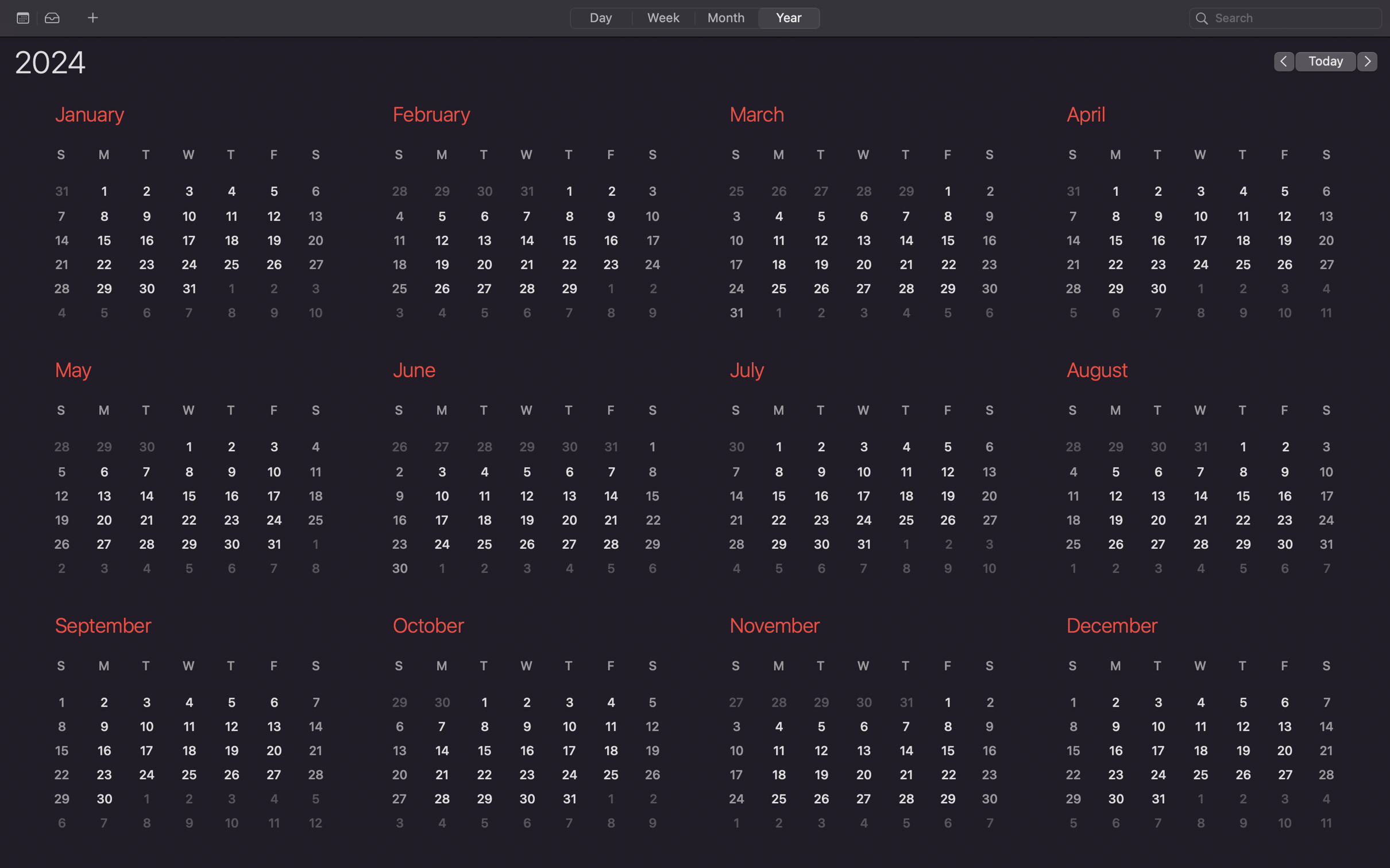 The width and height of the screenshot is (1390, 868). I want to click on Preview the calendar entry on 13th March, so click(867, 241).